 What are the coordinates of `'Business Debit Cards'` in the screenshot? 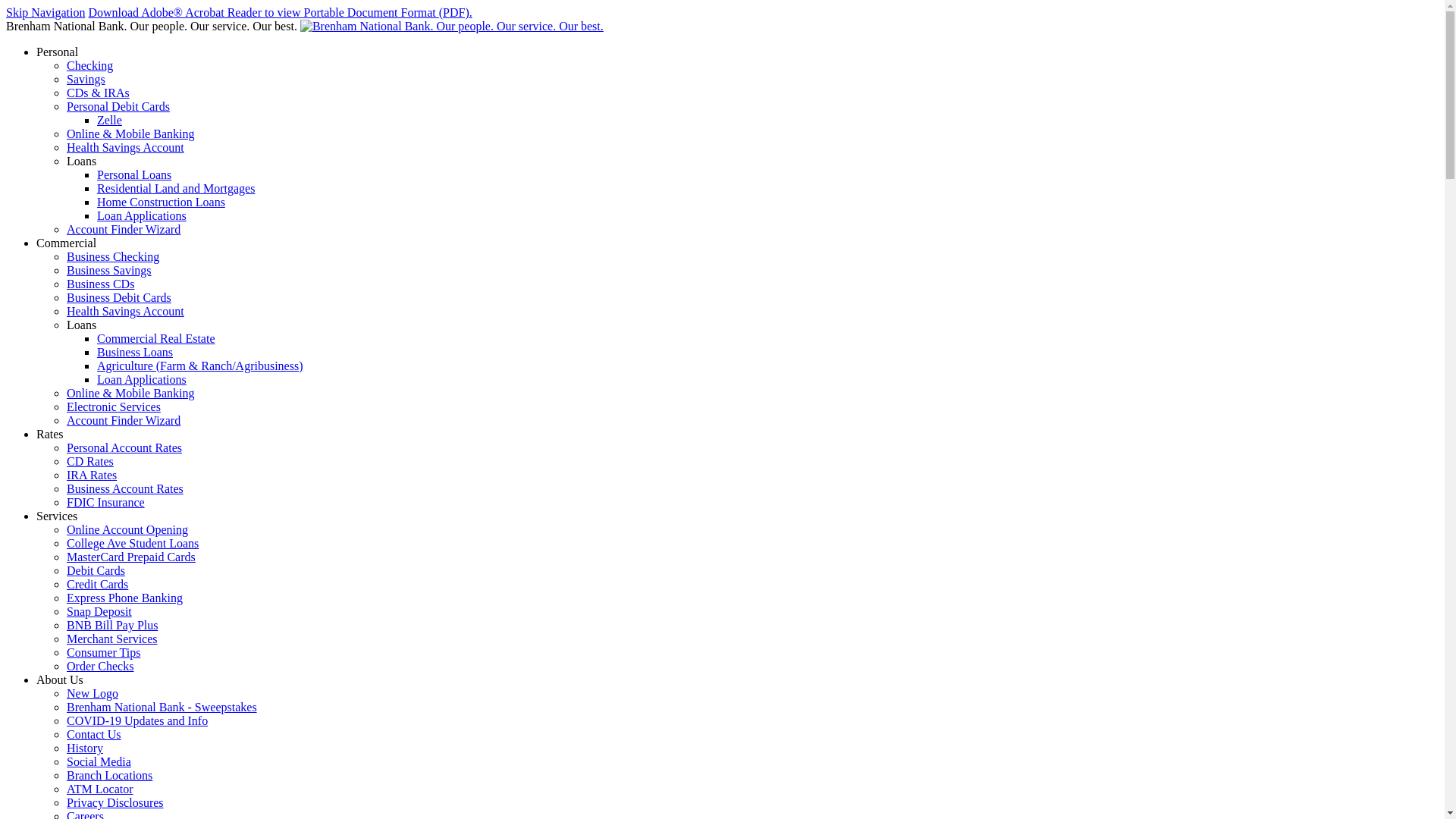 It's located at (118, 297).